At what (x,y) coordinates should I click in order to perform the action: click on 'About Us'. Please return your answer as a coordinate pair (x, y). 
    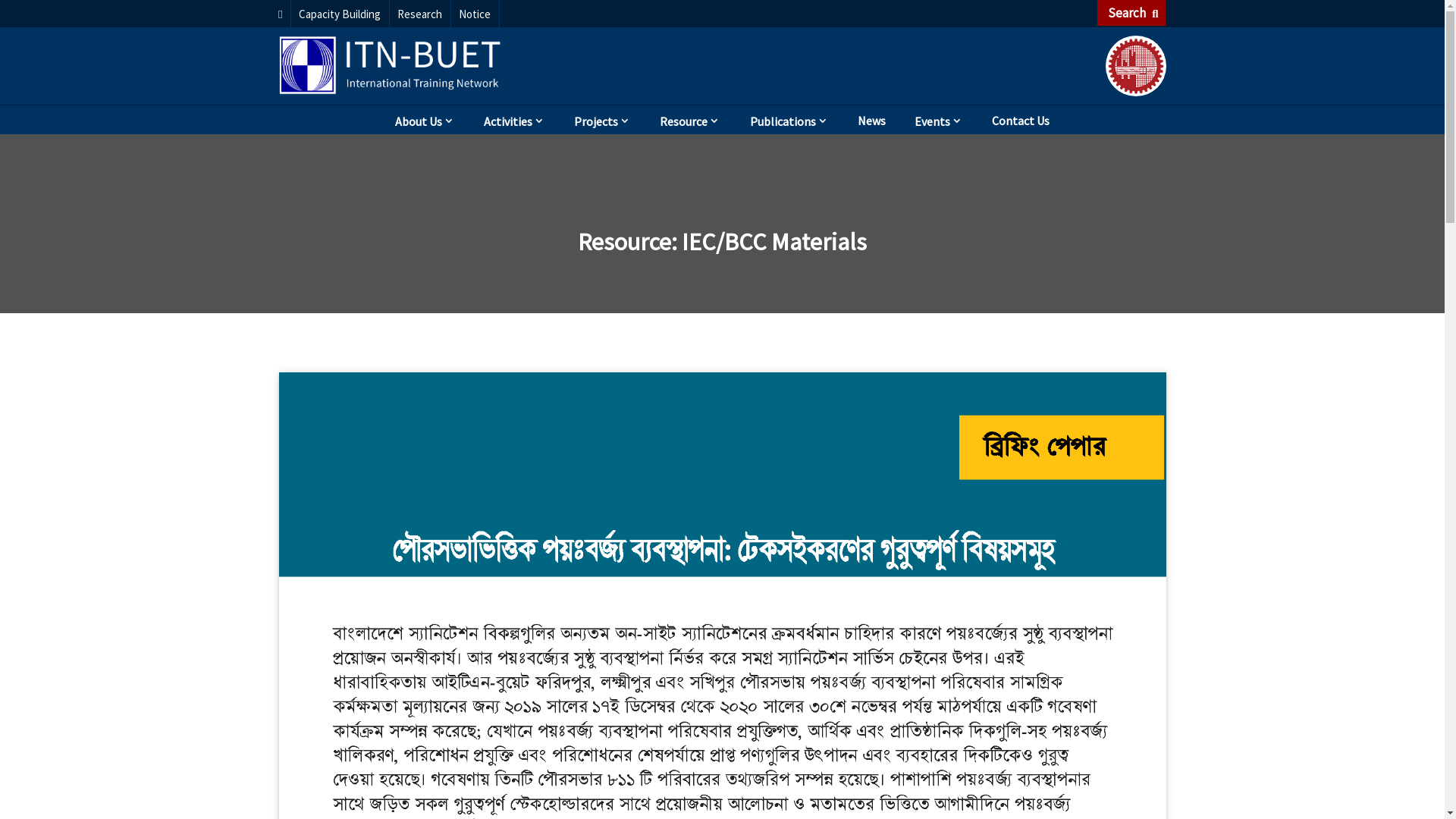
    Looking at the image, I should click on (425, 118).